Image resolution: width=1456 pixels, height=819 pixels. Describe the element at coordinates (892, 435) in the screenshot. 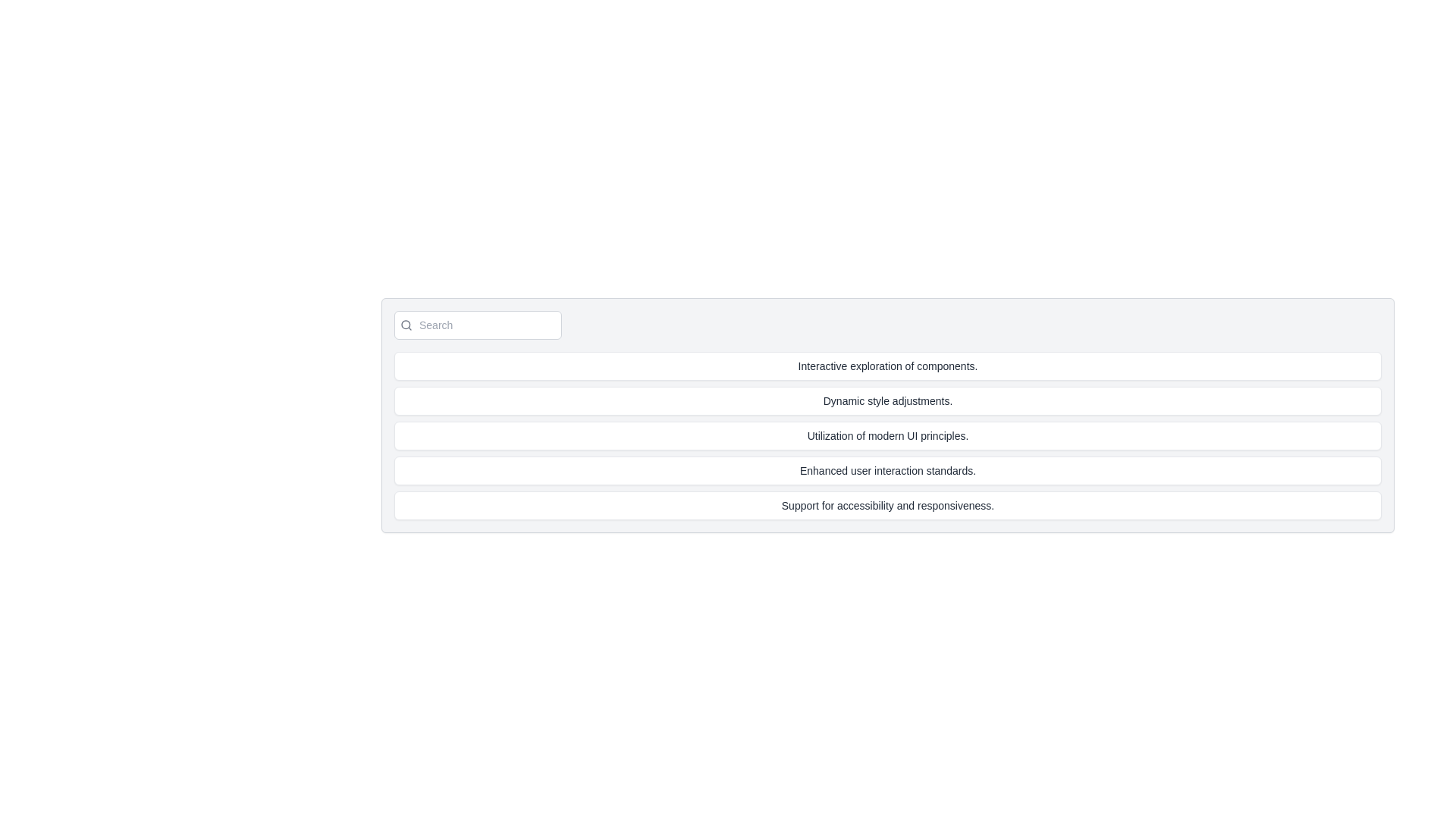

I see `the last character of the word 'modern' in the text 'Utilization of modern UI principles.'` at that location.